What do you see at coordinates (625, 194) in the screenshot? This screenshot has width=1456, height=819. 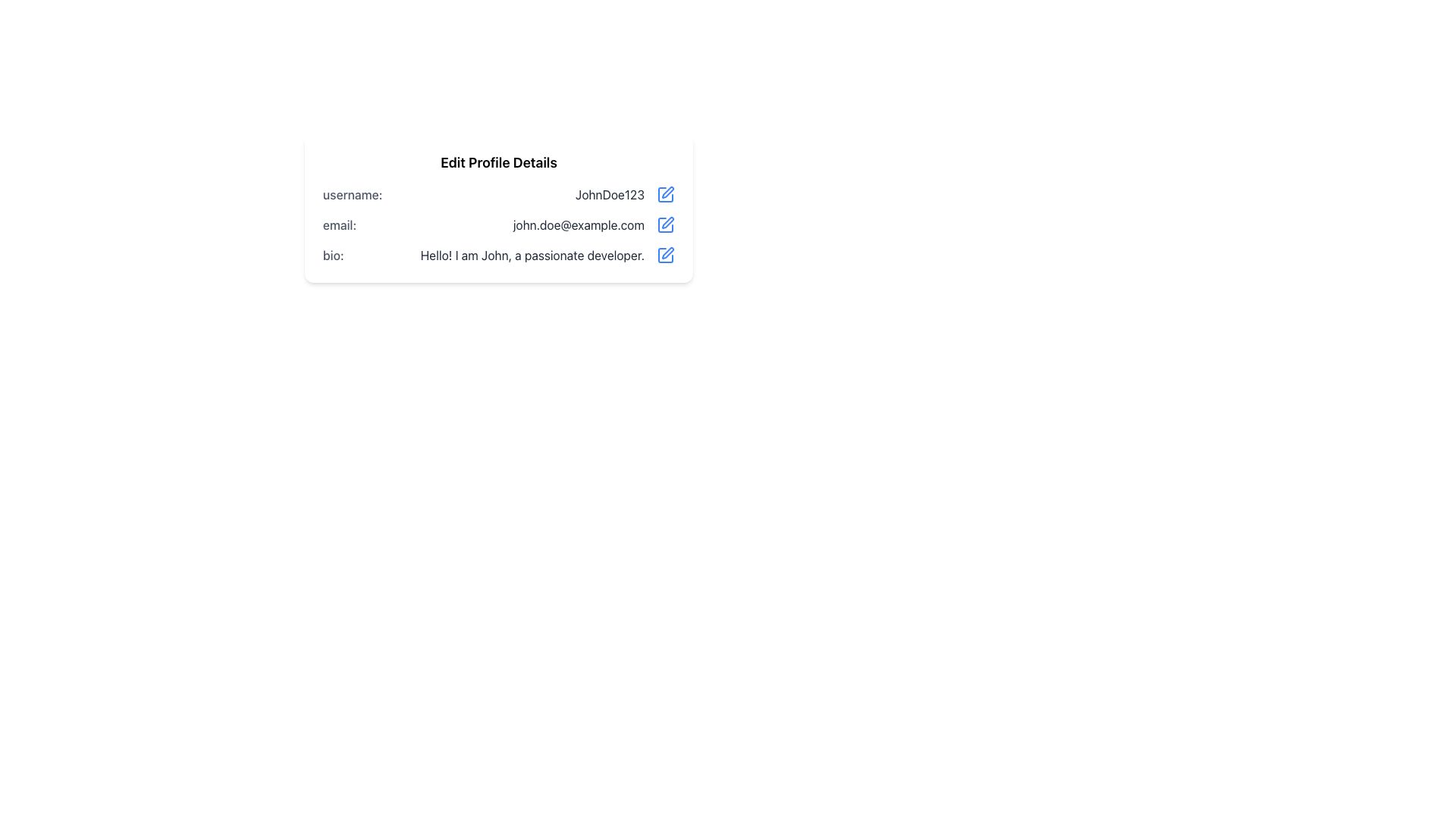 I see `the static text display showing the username, located beside the label 'username:' and to the left of an interactive icon in the profile details card` at bounding box center [625, 194].